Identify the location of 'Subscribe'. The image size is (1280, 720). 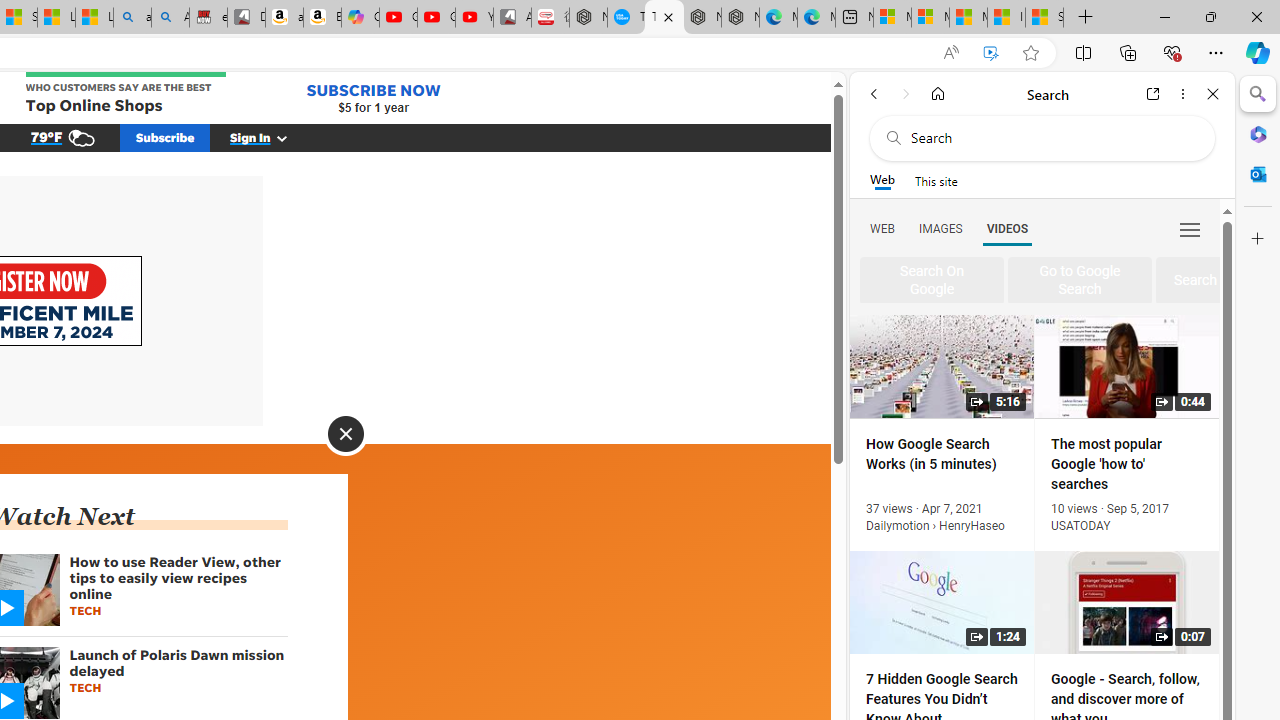
(165, 136).